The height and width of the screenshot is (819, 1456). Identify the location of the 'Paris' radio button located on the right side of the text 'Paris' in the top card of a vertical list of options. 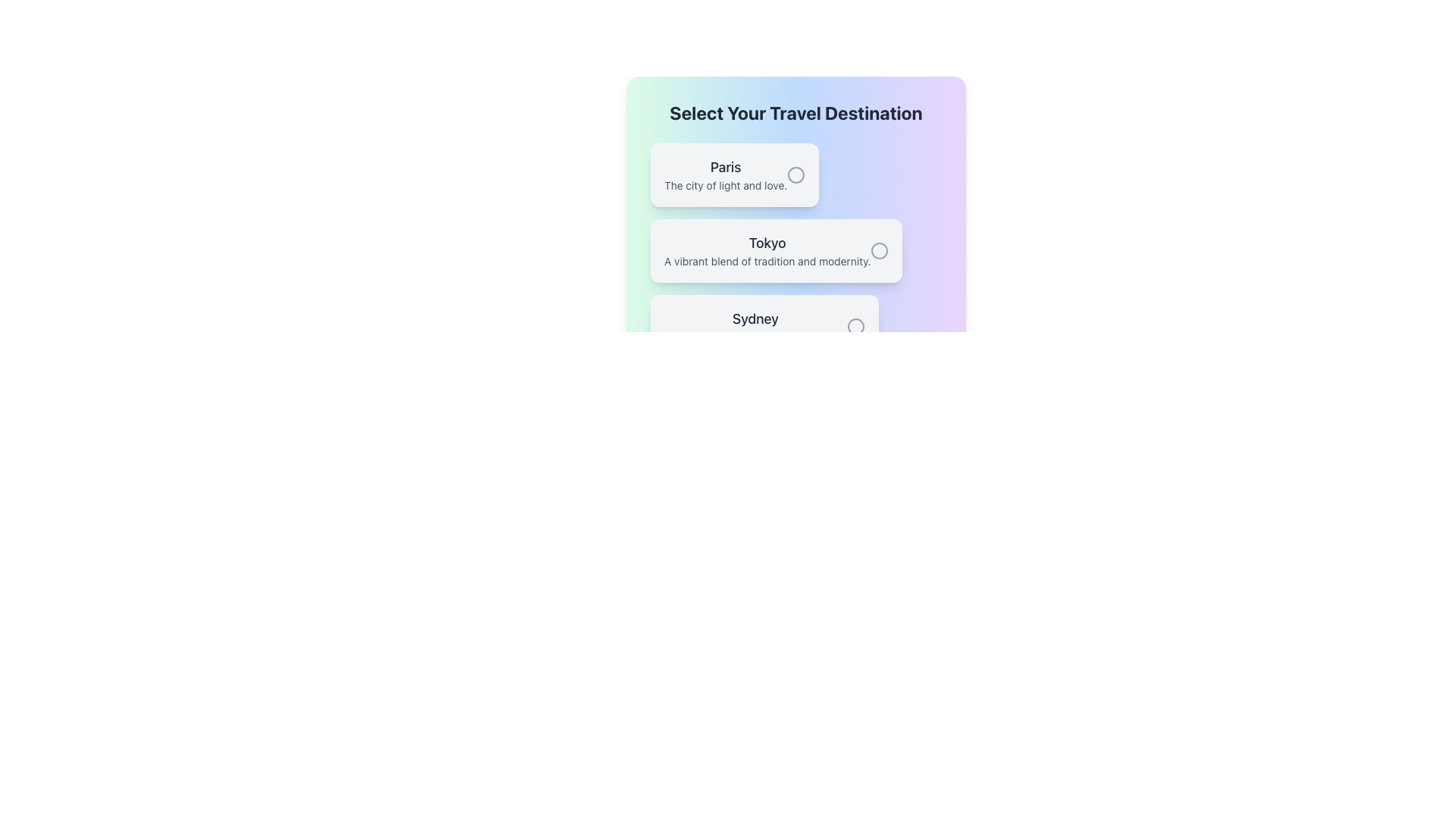
(795, 174).